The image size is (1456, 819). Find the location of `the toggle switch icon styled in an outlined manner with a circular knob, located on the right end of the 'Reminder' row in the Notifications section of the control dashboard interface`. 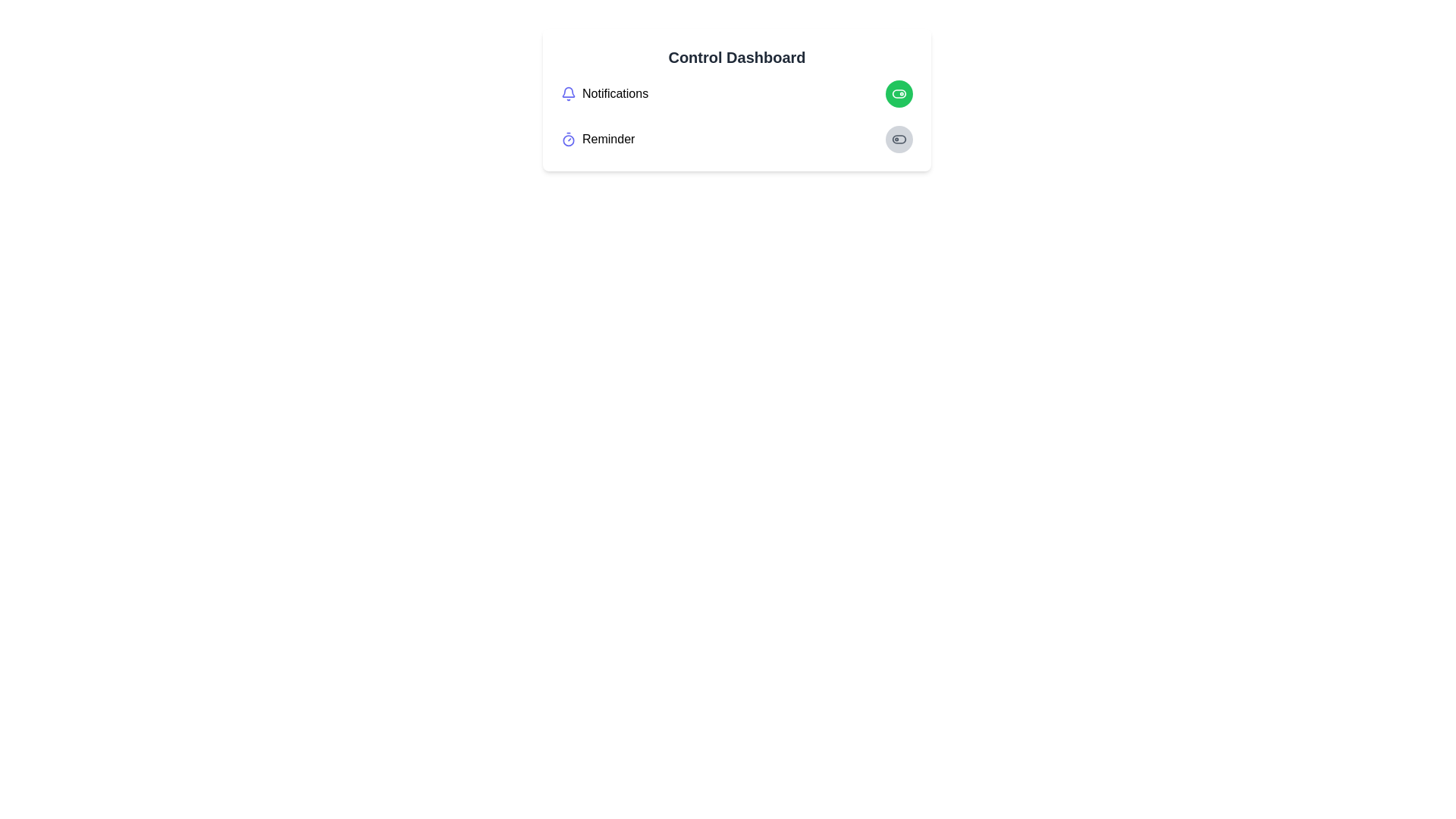

the toggle switch icon styled in an outlined manner with a circular knob, located on the right end of the 'Reminder' row in the Notifications section of the control dashboard interface is located at coordinates (899, 140).